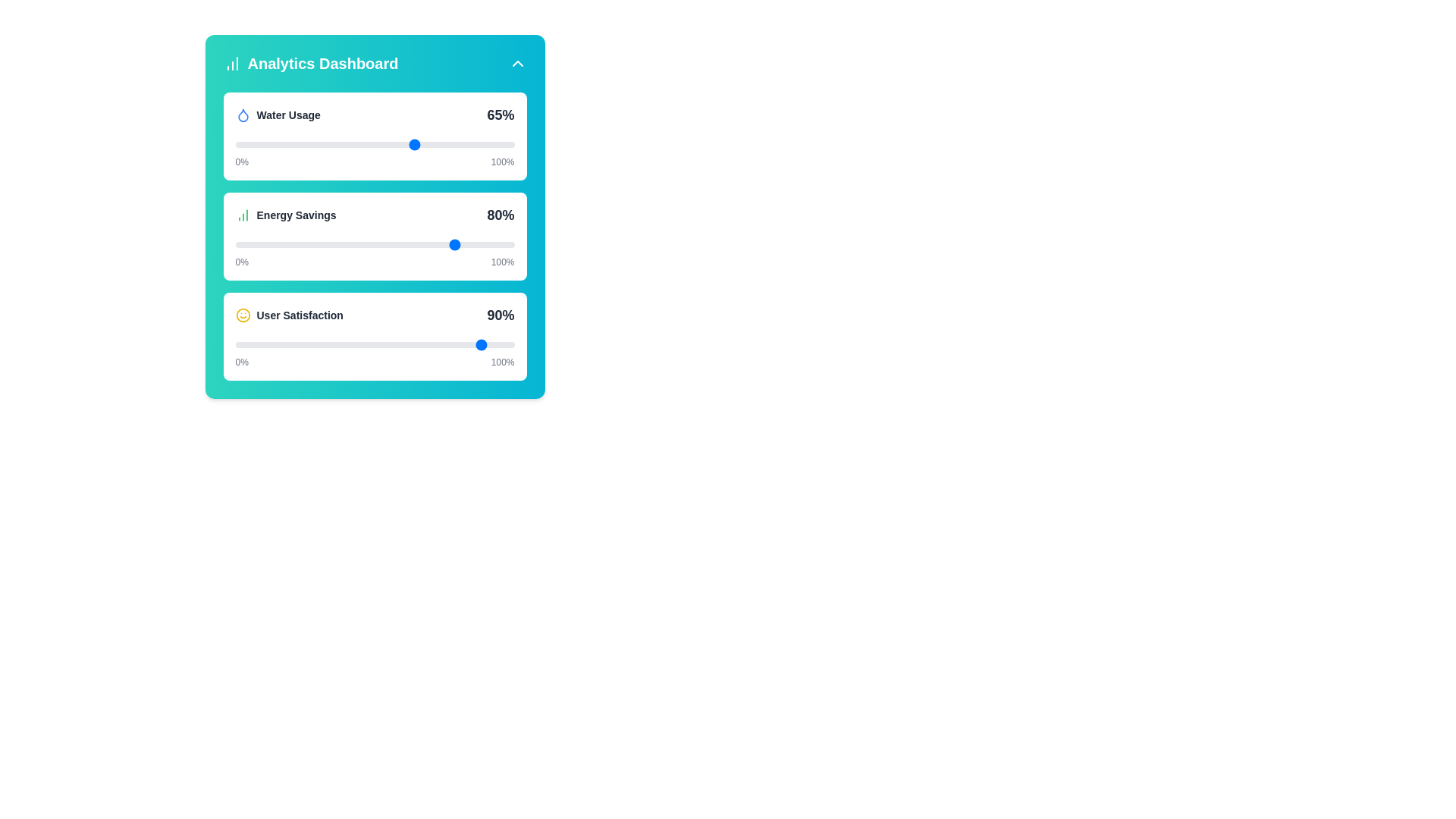 Image resolution: width=1456 pixels, height=819 pixels. What do you see at coordinates (435, 145) in the screenshot?
I see `the water usage slider` at bounding box center [435, 145].